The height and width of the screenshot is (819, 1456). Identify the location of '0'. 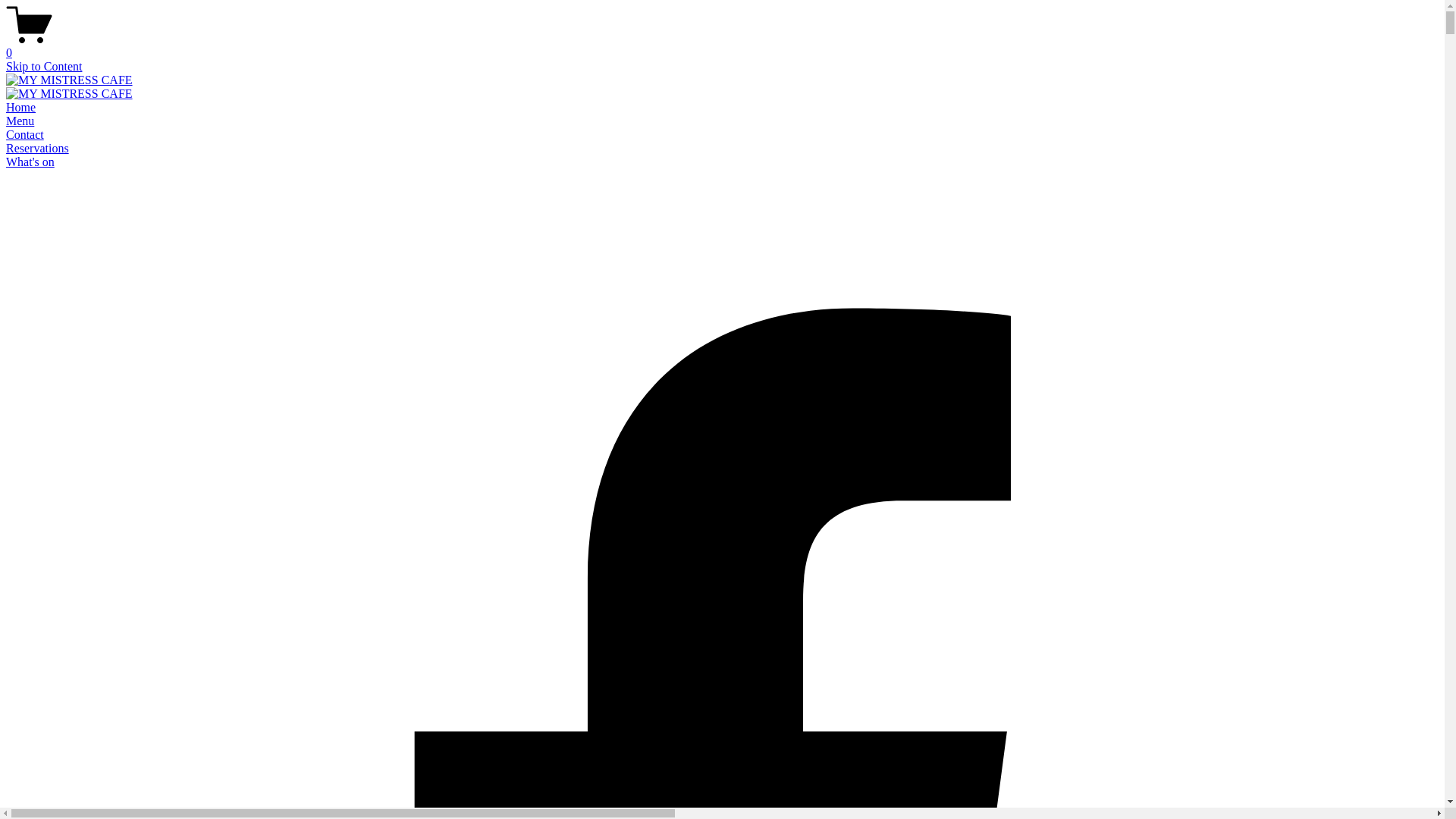
(721, 45).